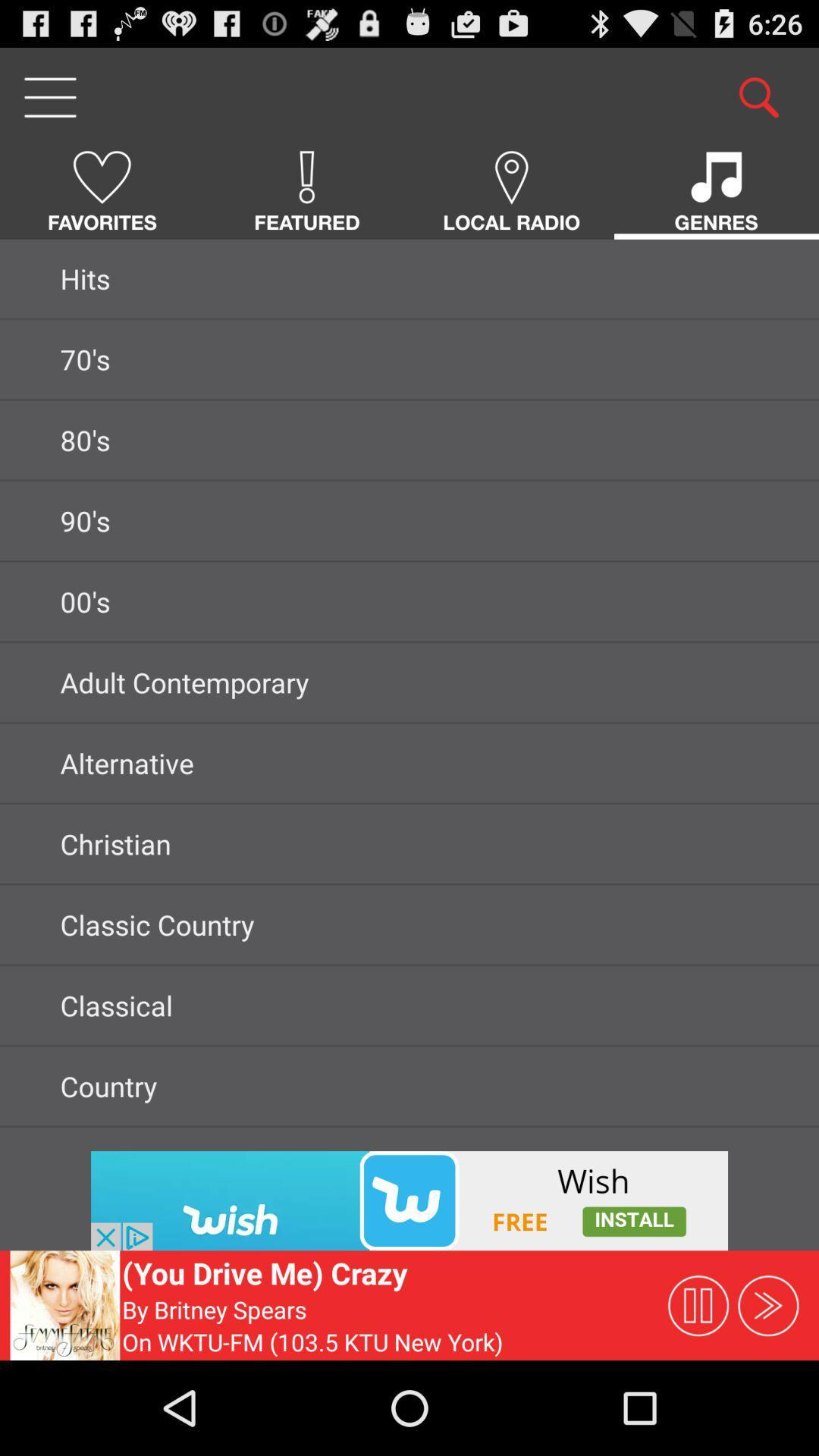 The height and width of the screenshot is (1456, 819). Describe the element at coordinates (767, 1396) in the screenshot. I see `the av_forward icon` at that location.